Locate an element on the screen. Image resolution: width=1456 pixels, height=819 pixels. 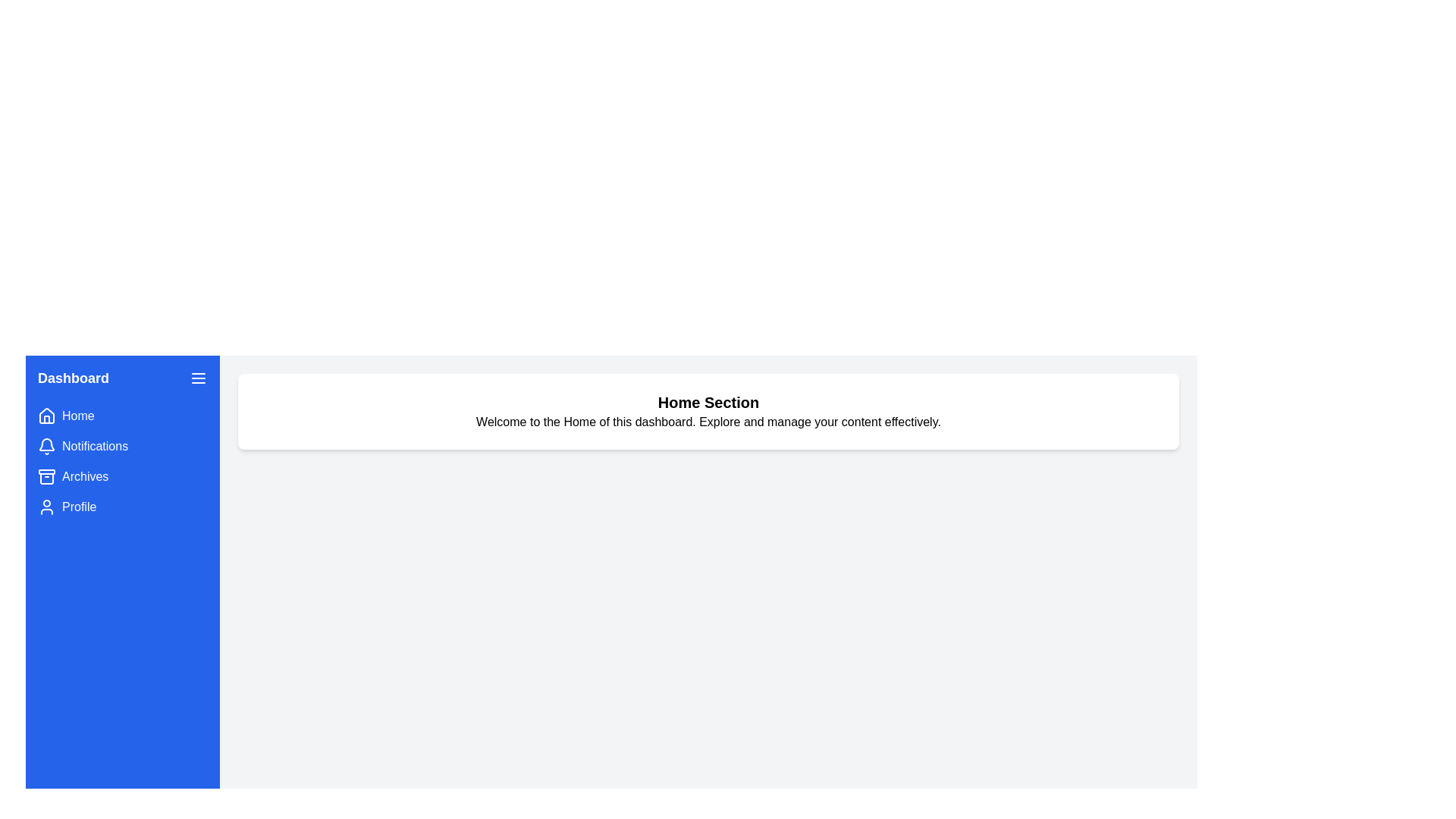
the 'Profile' navigation item located at the bottom of the vertical sidebar is located at coordinates (123, 507).